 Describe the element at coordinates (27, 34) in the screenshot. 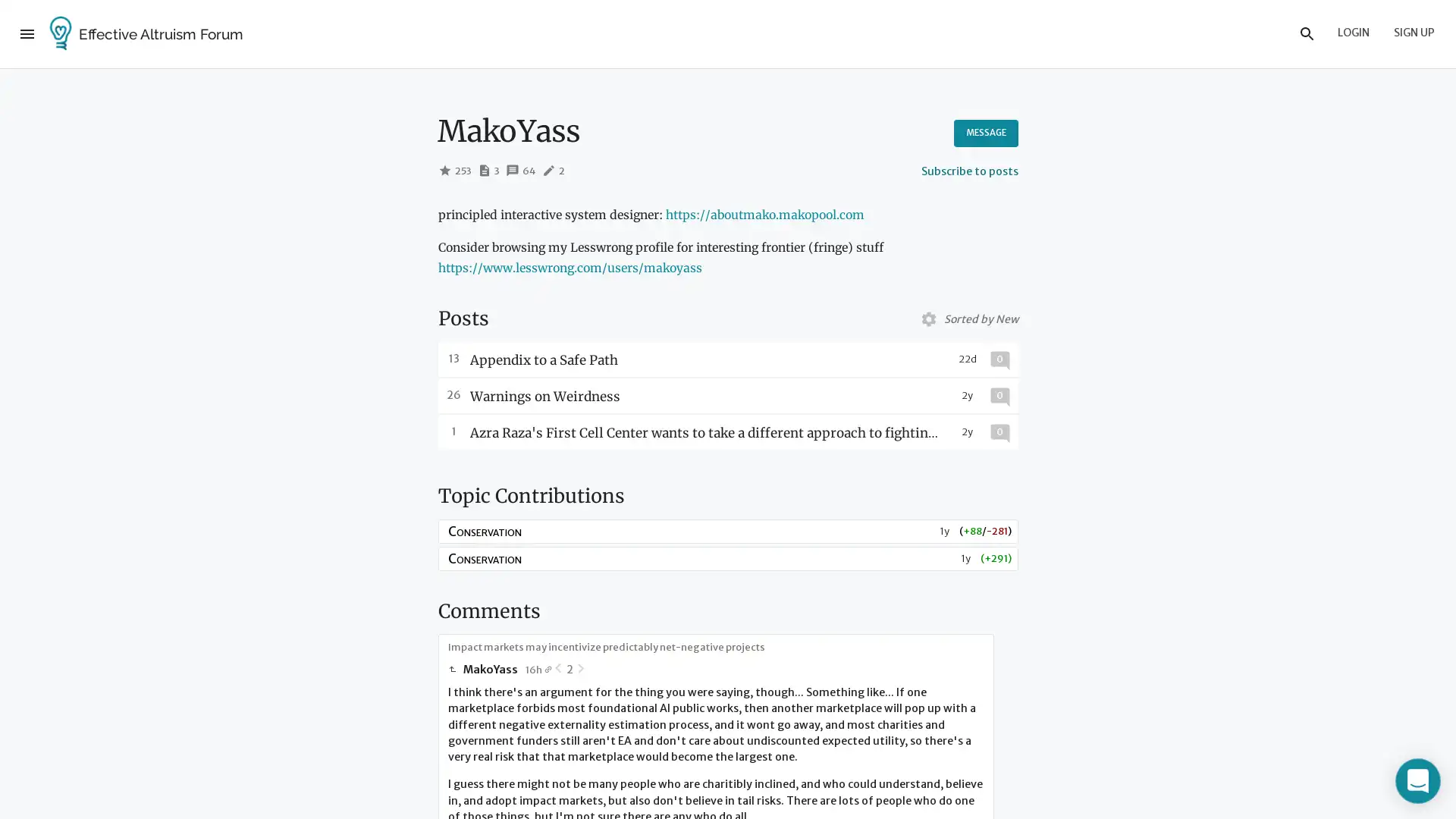

I see `Menu` at that location.